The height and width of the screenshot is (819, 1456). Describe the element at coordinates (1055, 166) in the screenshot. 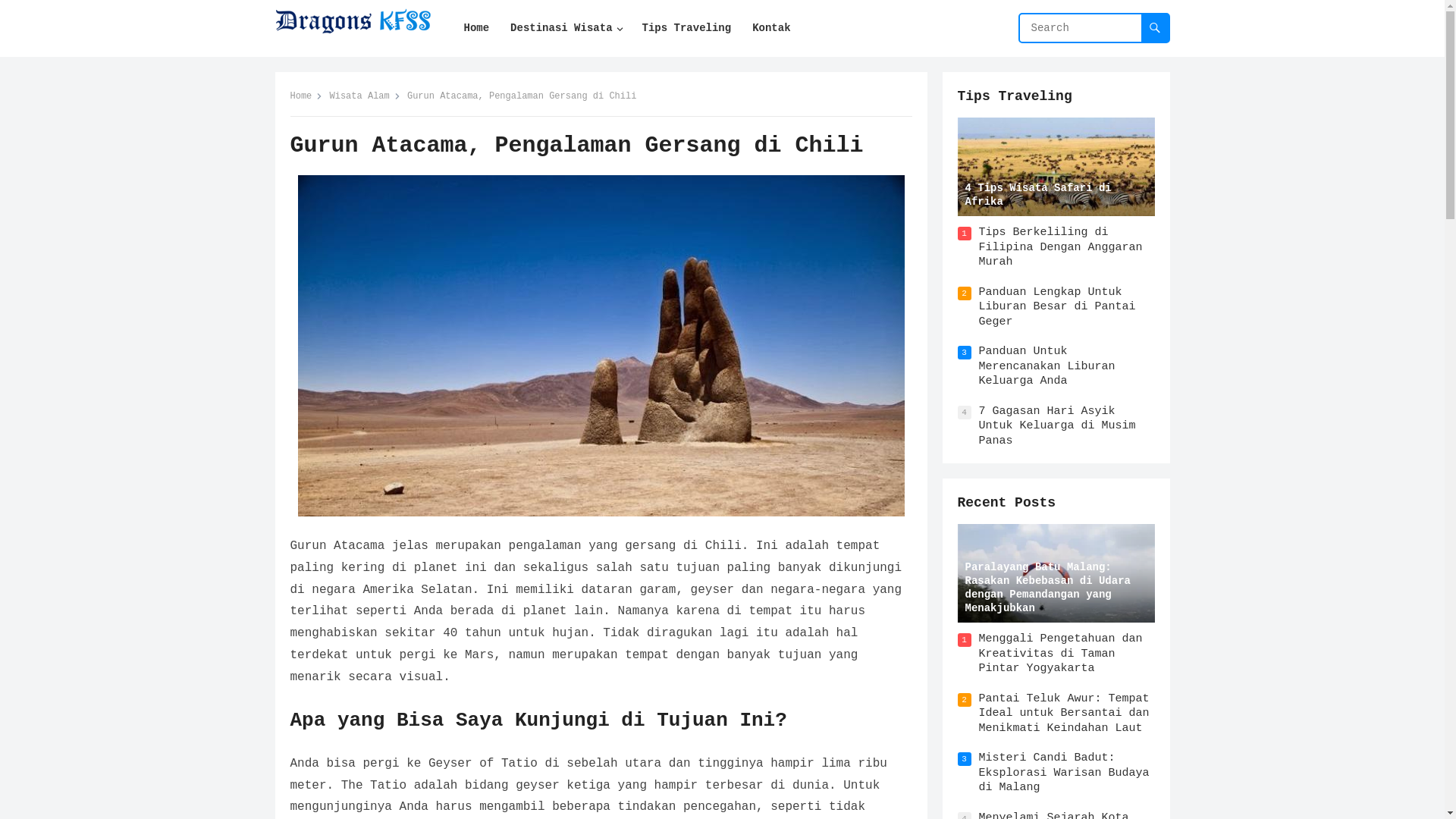

I see `'4 Tips Wisata Safari di Afrika'` at that location.